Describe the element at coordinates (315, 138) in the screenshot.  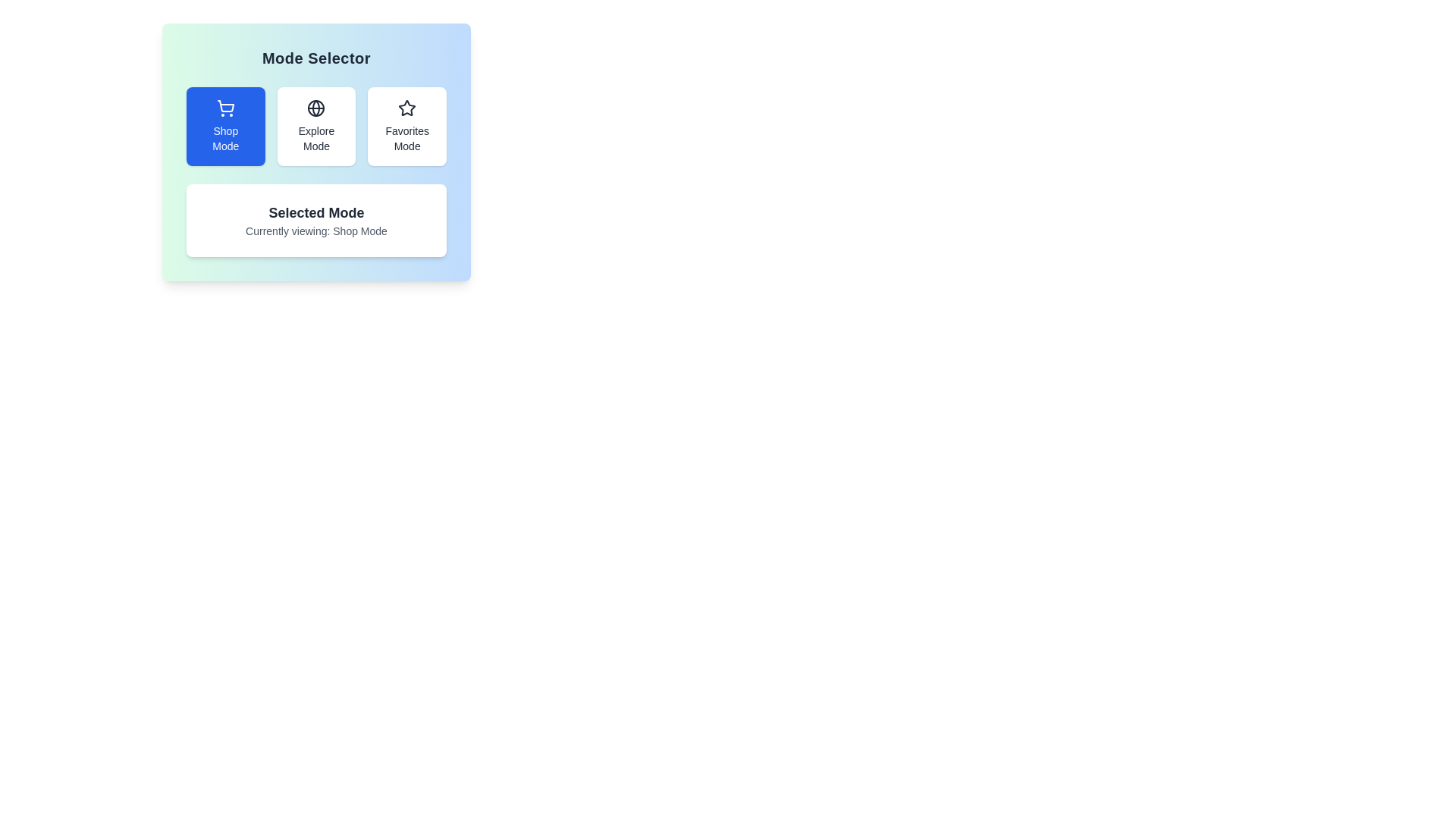
I see `text label indicating 'Explore Mode' within the Mode Selector section, which is centrally positioned between the Shop Mode and Favorites Mode buttons` at that location.